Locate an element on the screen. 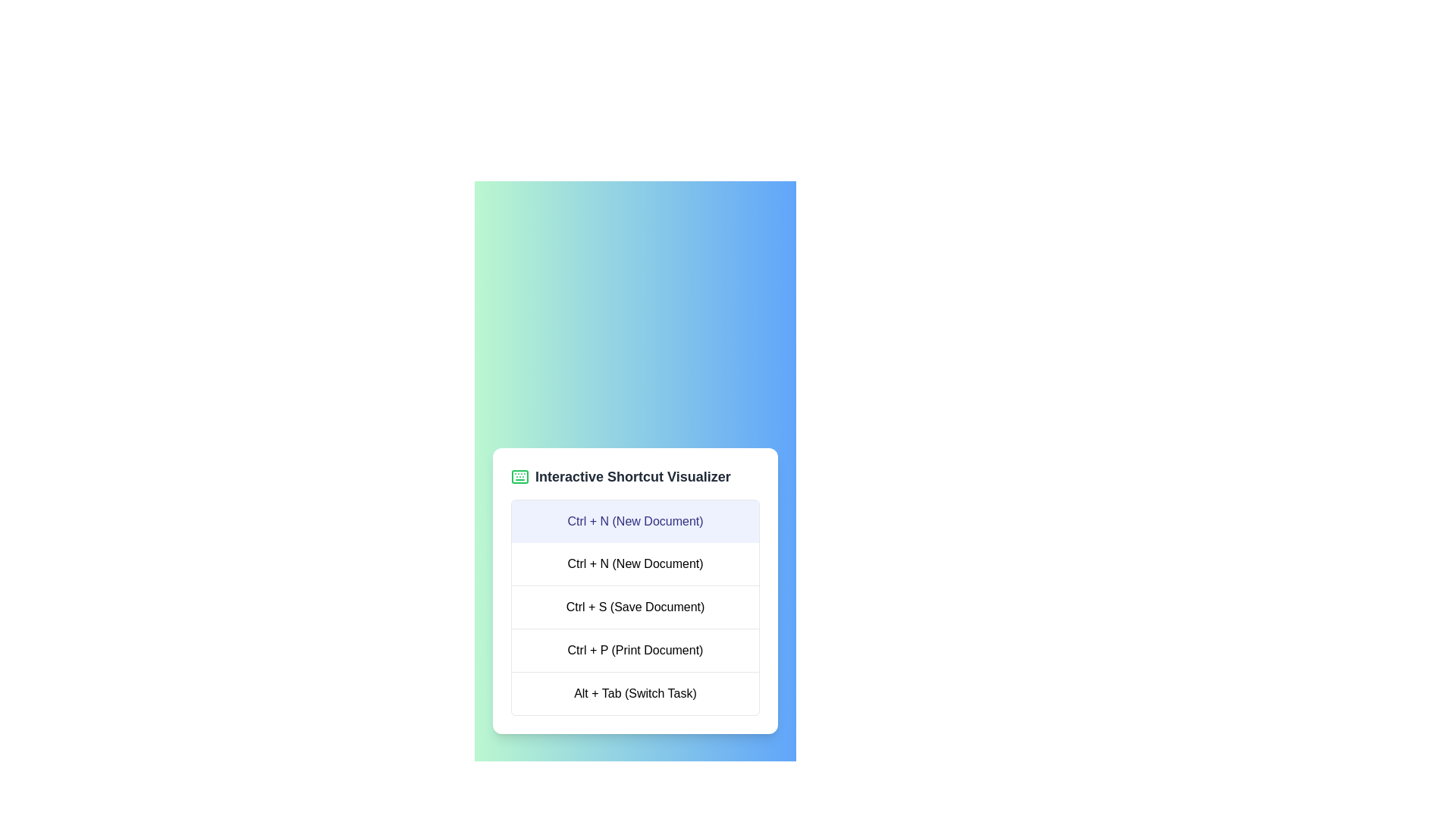 The height and width of the screenshot is (819, 1456). the text display labeled 'Ctrl + N (New Document)', which is the second entry in a list of keyboard shortcuts is located at coordinates (635, 563).